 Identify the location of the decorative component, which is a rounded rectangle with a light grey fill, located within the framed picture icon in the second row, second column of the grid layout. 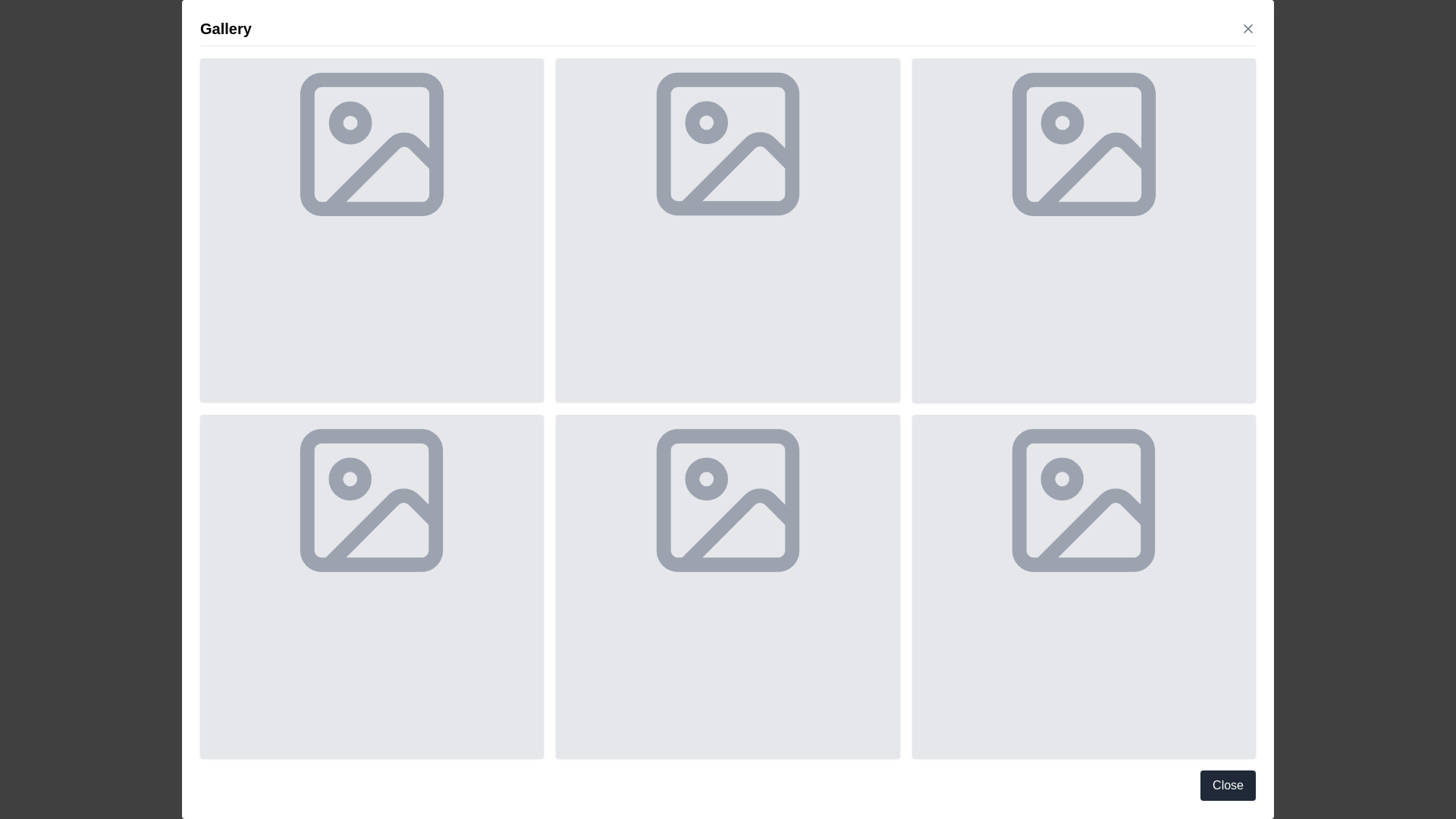
(728, 500).